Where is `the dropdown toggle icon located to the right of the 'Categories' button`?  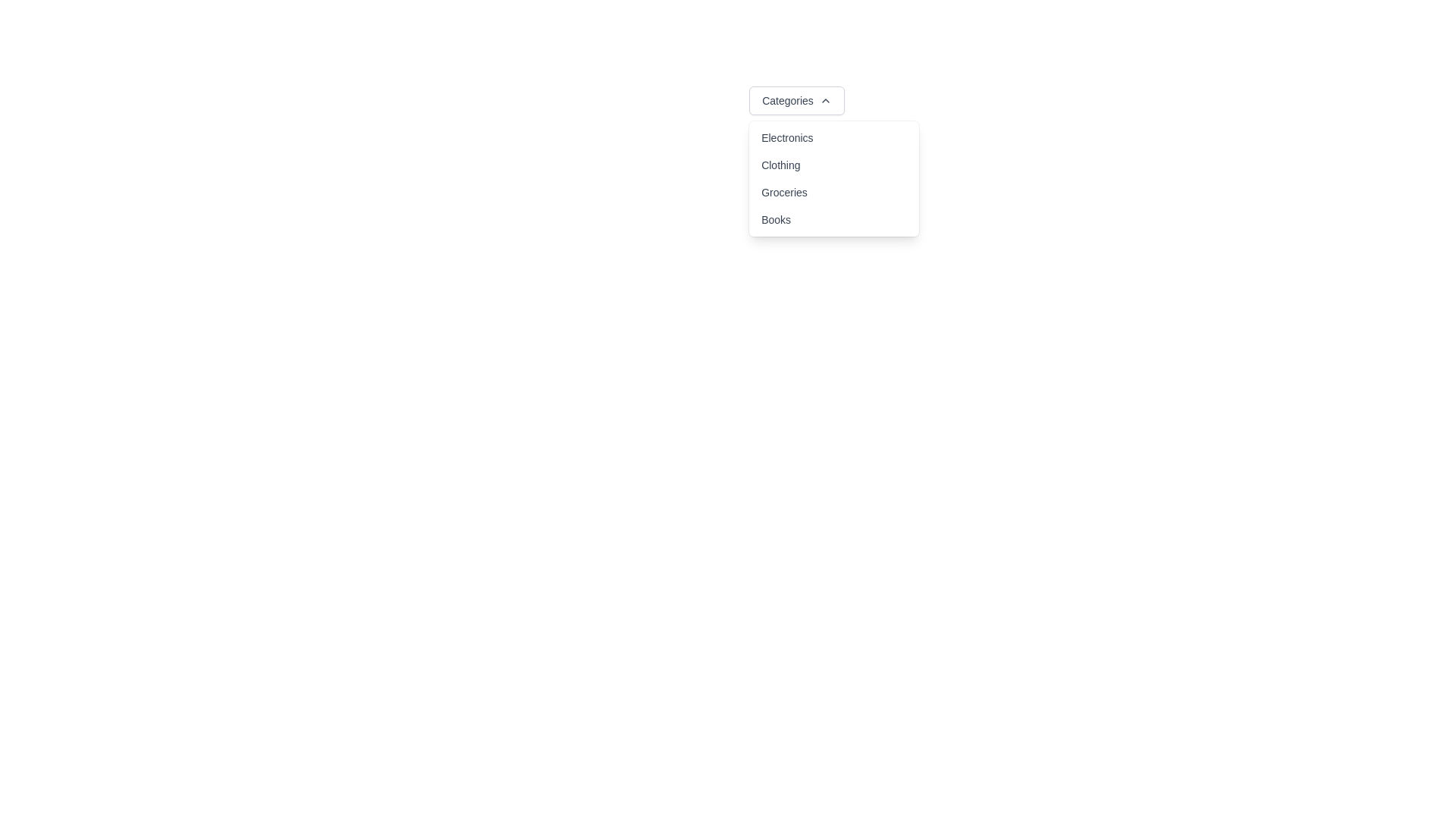
the dropdown toggle icon located to the right of the 'Categories' button is located at coordinates (824, 100).